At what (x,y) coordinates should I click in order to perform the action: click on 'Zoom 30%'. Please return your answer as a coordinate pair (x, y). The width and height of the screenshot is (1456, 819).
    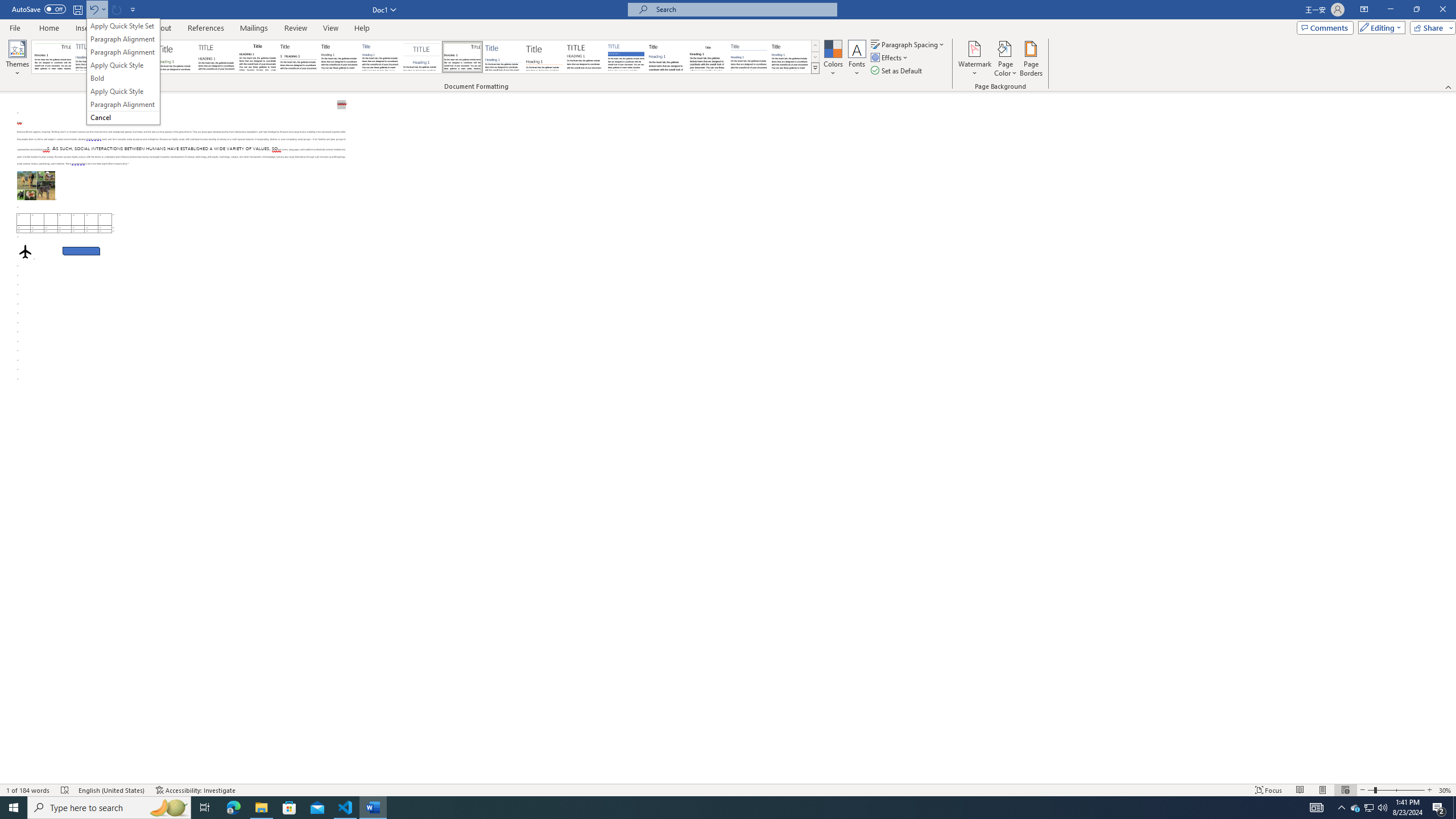
    Looking at the image, I should click on (1445, 790).